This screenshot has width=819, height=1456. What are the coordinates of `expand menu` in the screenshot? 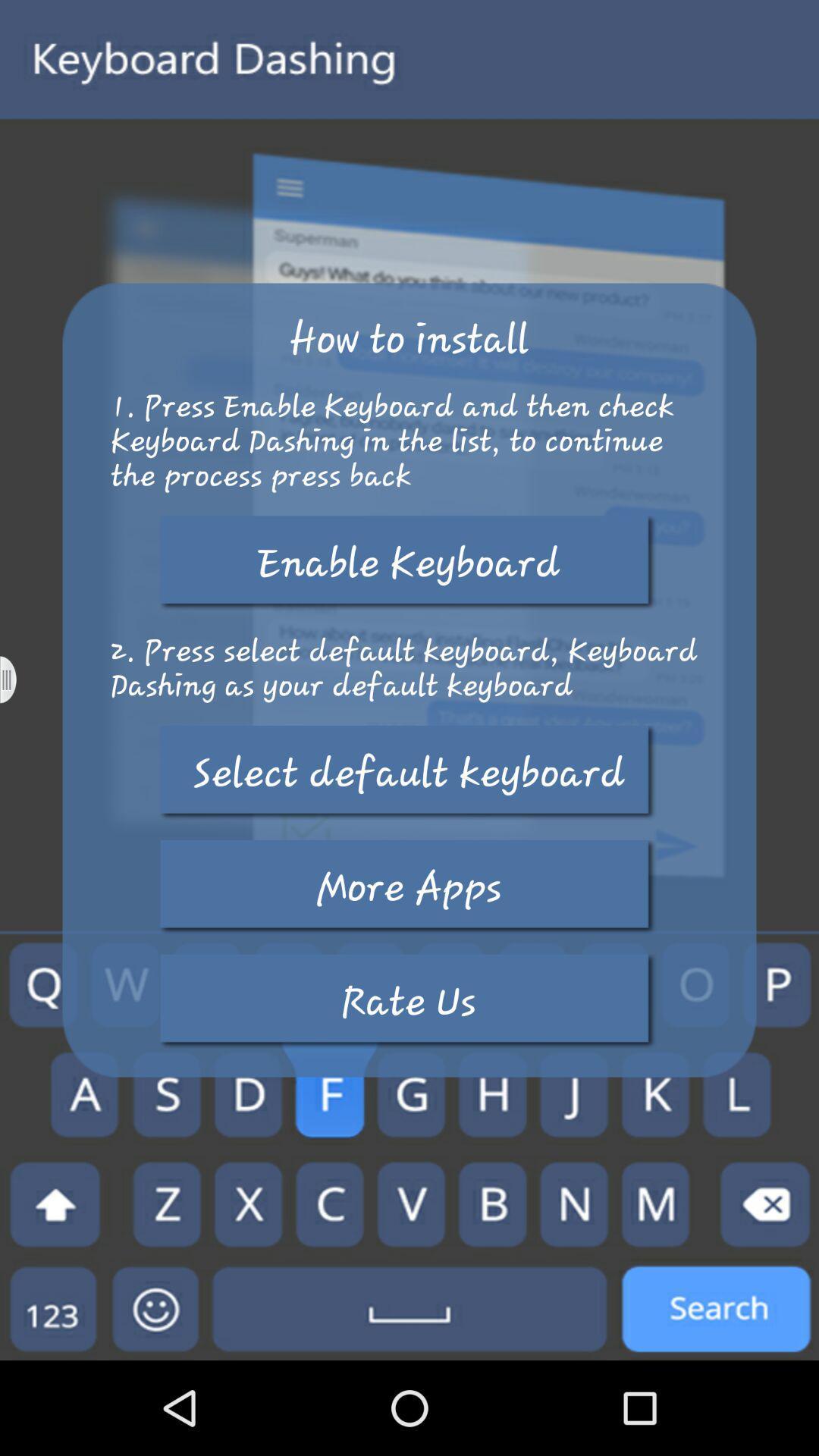 It's located at (17, 679).